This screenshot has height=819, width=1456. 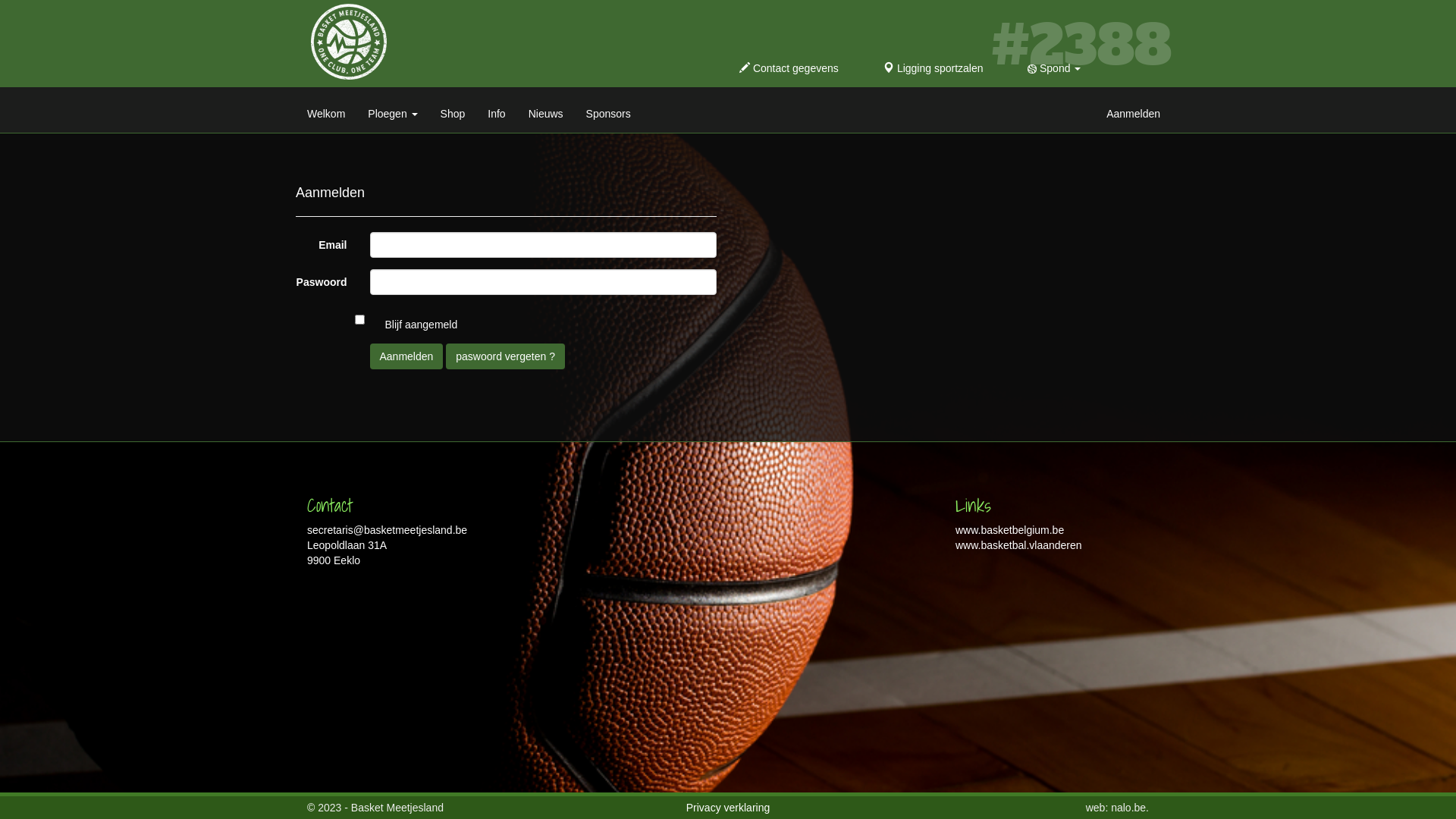 I want to click on 'Sponsors', so click(x=608, y=109).